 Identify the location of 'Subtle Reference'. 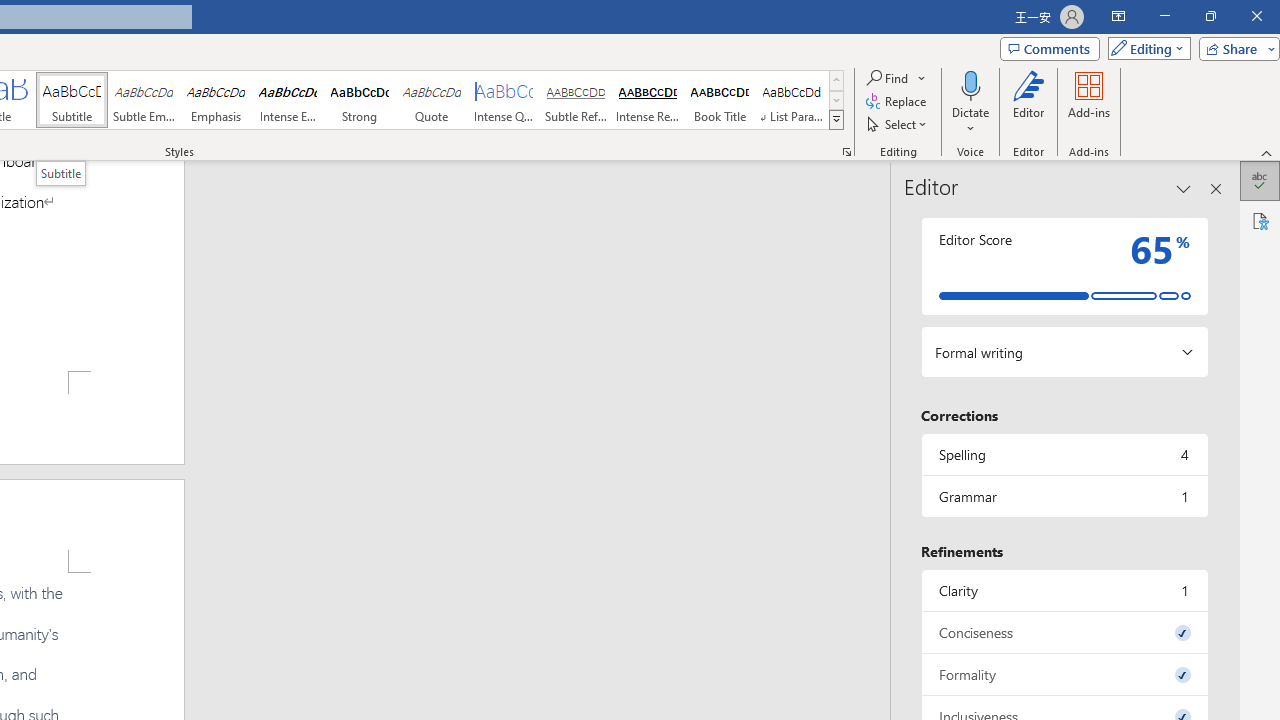
(575, 100).